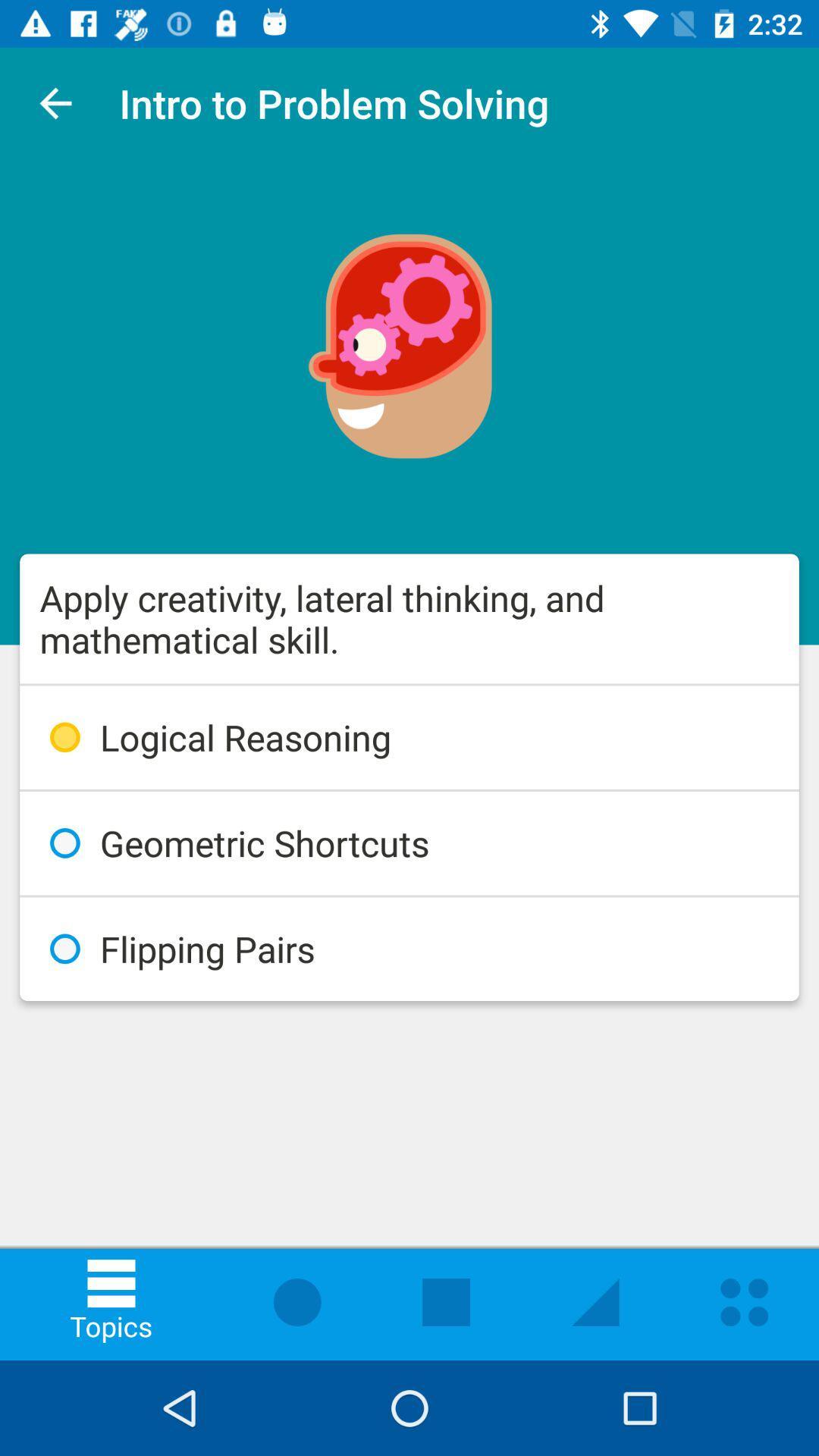 Image resolution: width=819 pixels, height=1456 pixels. What do you see at coordinates (409, 948) in the screenshot?
I see `flipping pairs item` at bounding box center [409, 948].